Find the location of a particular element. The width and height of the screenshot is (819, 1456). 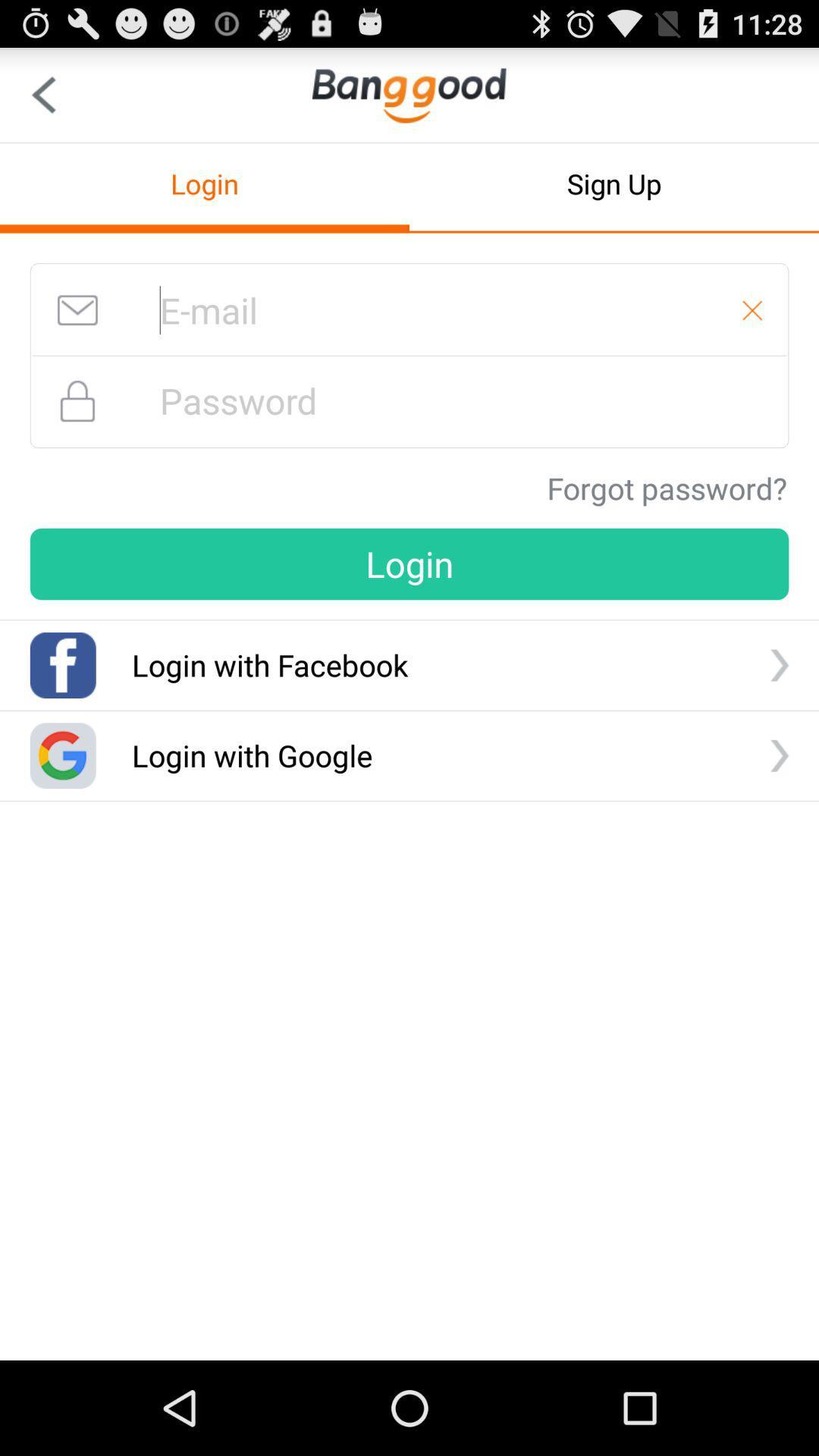

the arrow_backward icon is located at coordinates (42, 101).